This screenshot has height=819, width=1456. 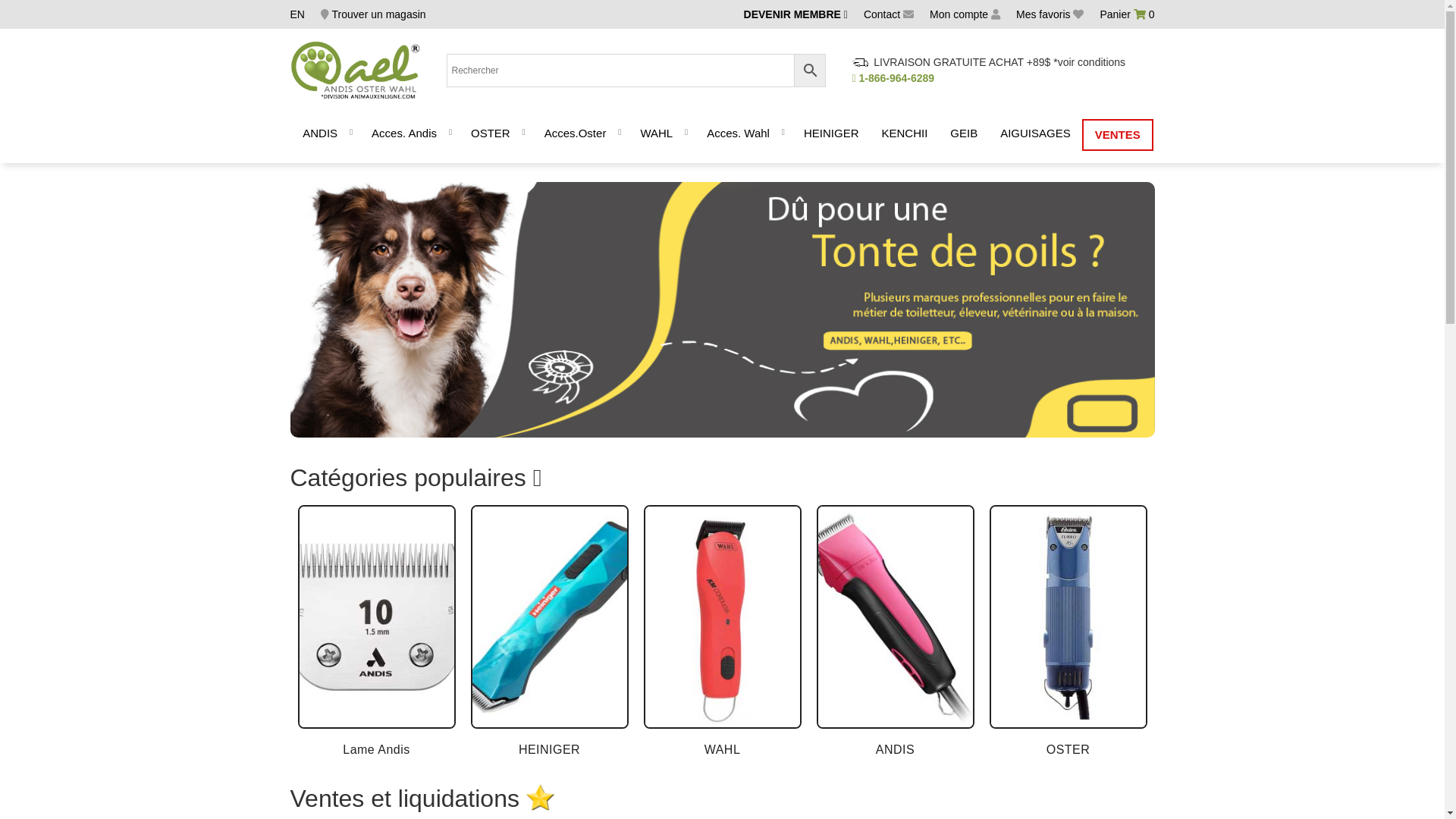 What do you see at coordinates (375, 632) in the screenshot?
I see `'Lame Andis'` at bounding box center [375, 632].